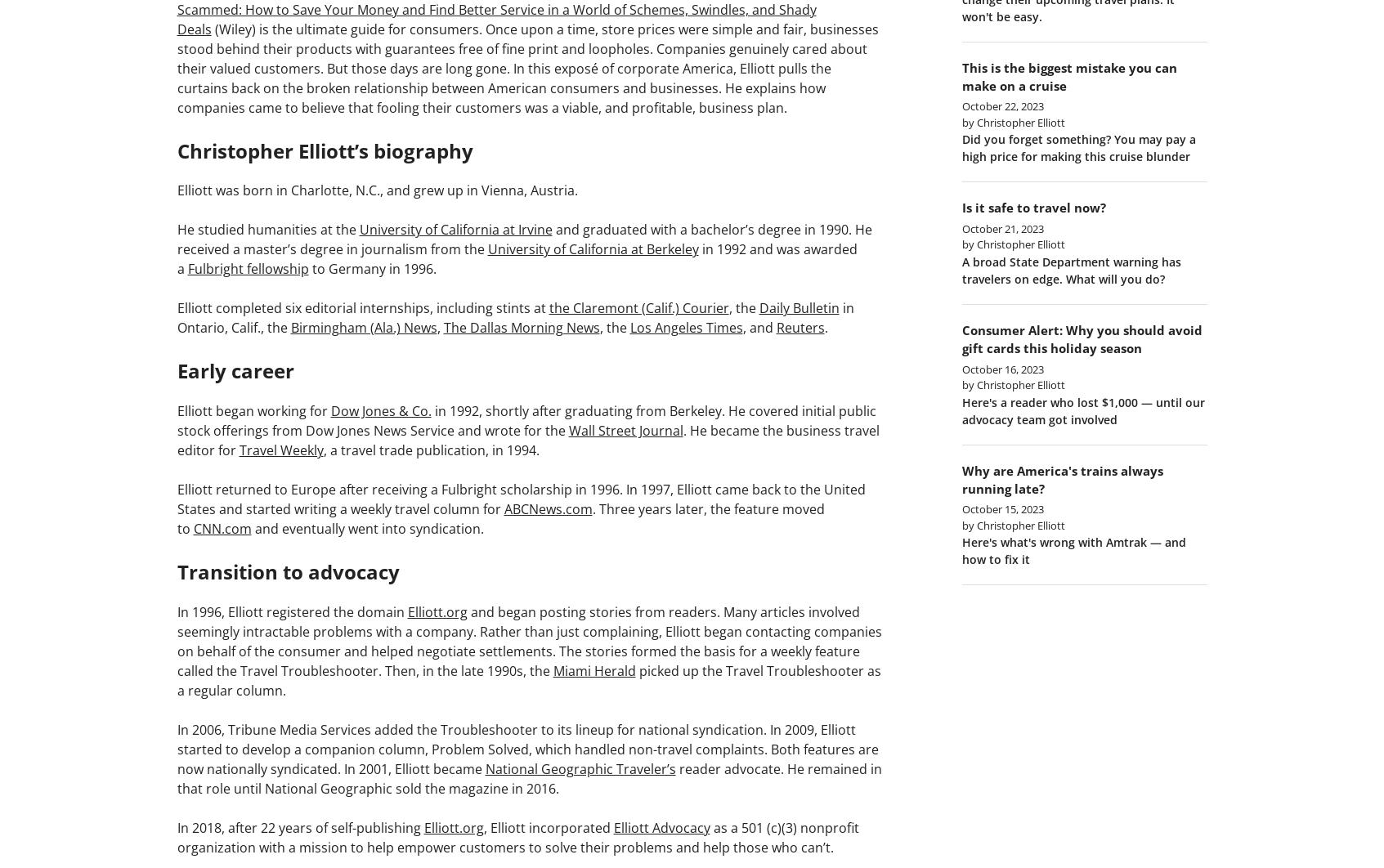 The width and height of the screenshot is (1384, 868). I want to click on 'Consumer Alert: Why you should avoid gift cards this holiday season', so click(1081, 338).